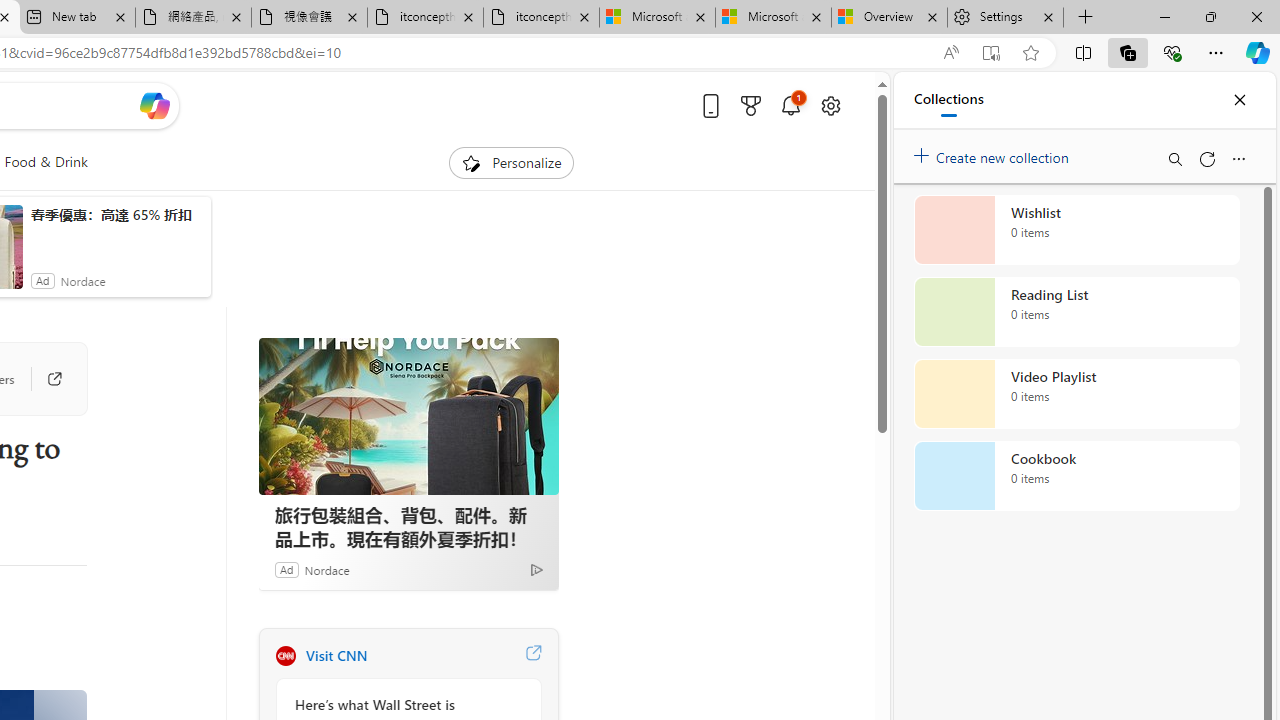  Describe the element at coordinates (46, 162) in the screenshot. I see `'Food & Drink'` at that location.